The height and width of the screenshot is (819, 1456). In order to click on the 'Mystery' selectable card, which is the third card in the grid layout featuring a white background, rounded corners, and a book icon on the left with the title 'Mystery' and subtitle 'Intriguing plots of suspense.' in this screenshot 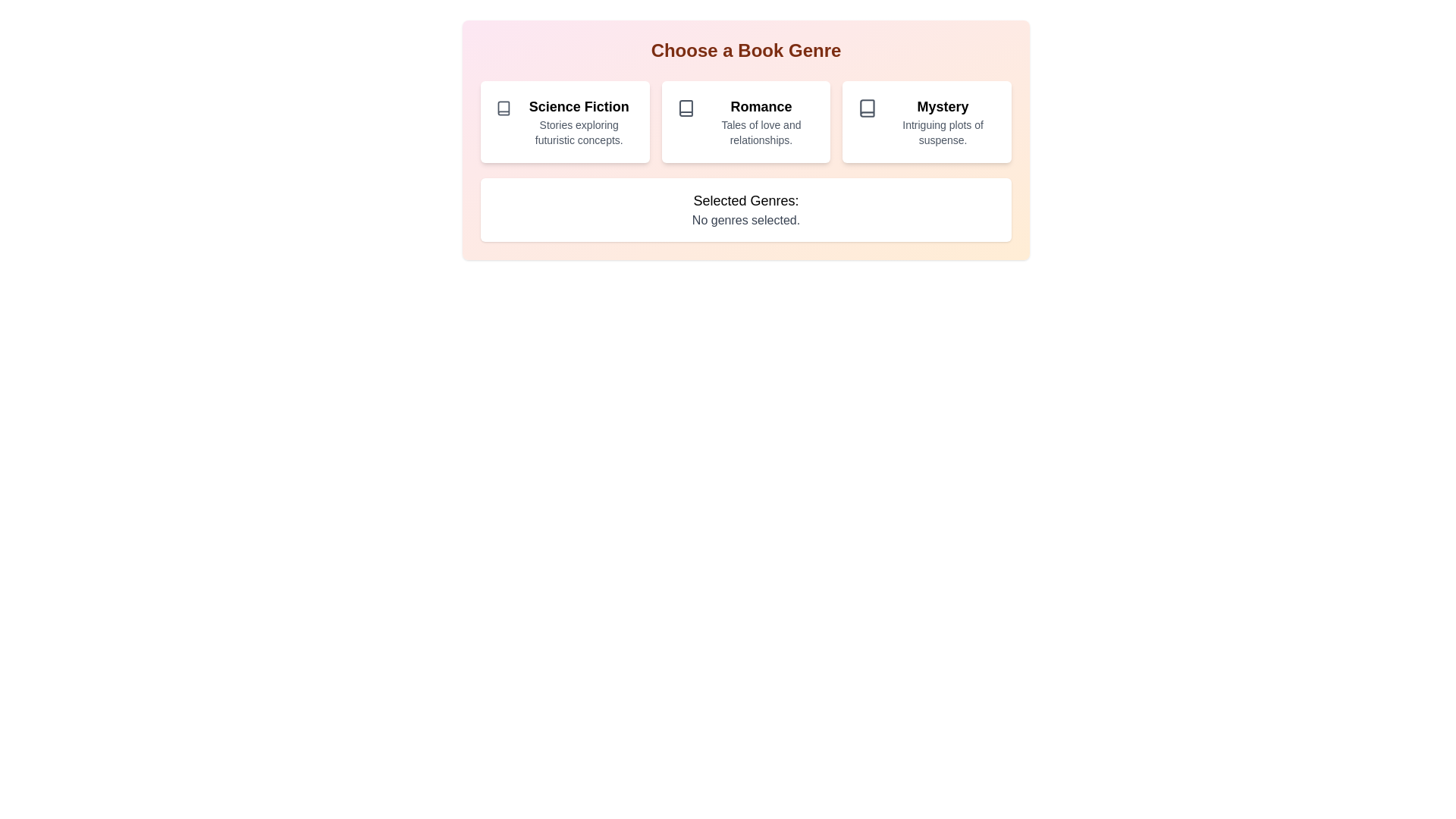, I will do `click(926, 121)`.